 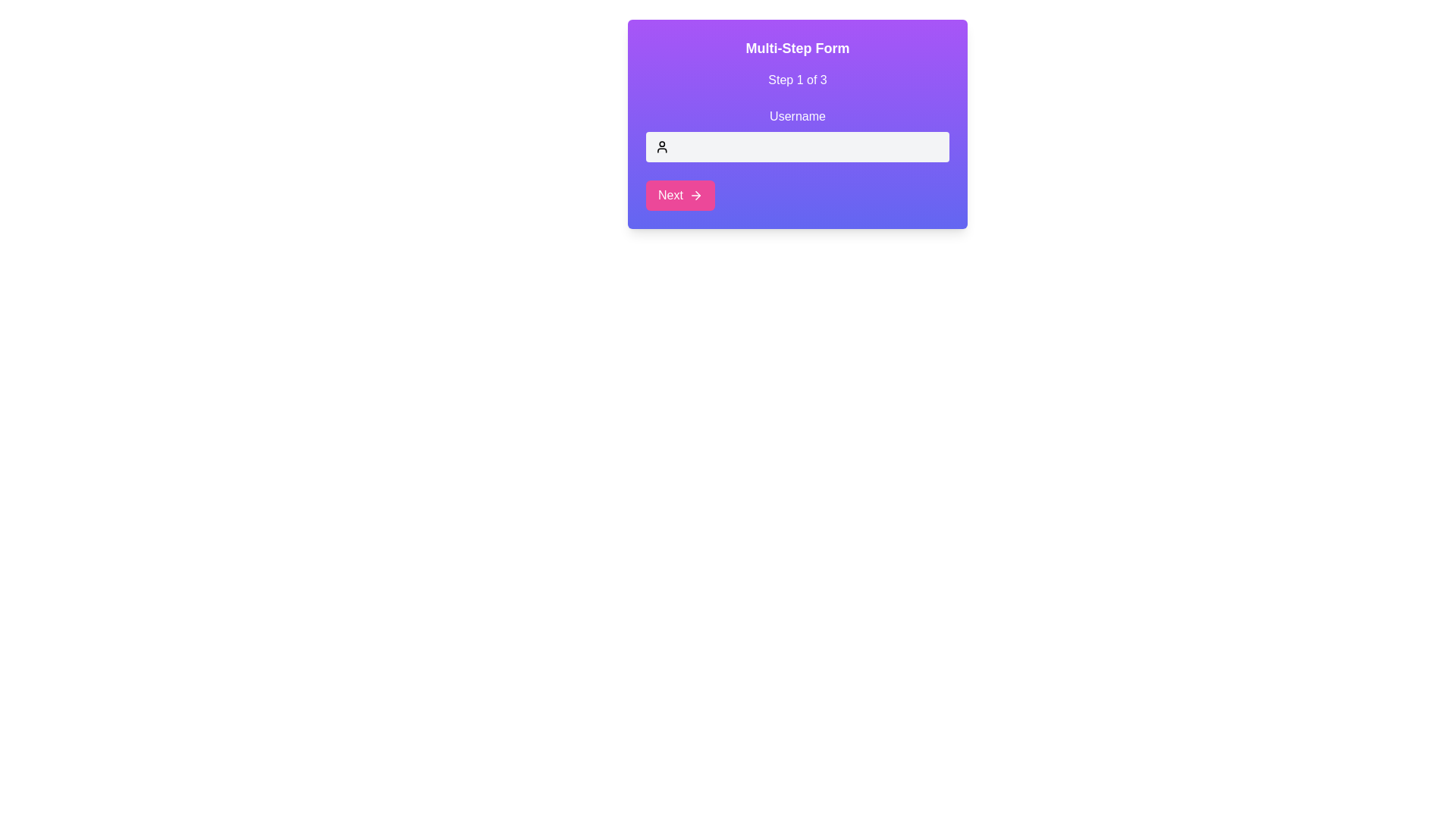 I want to click on the text label that indicates the current step in the multi-step form, located below the title 'Multi-Step Form' and above the 'Username' input field, so click(x=796, y=80).